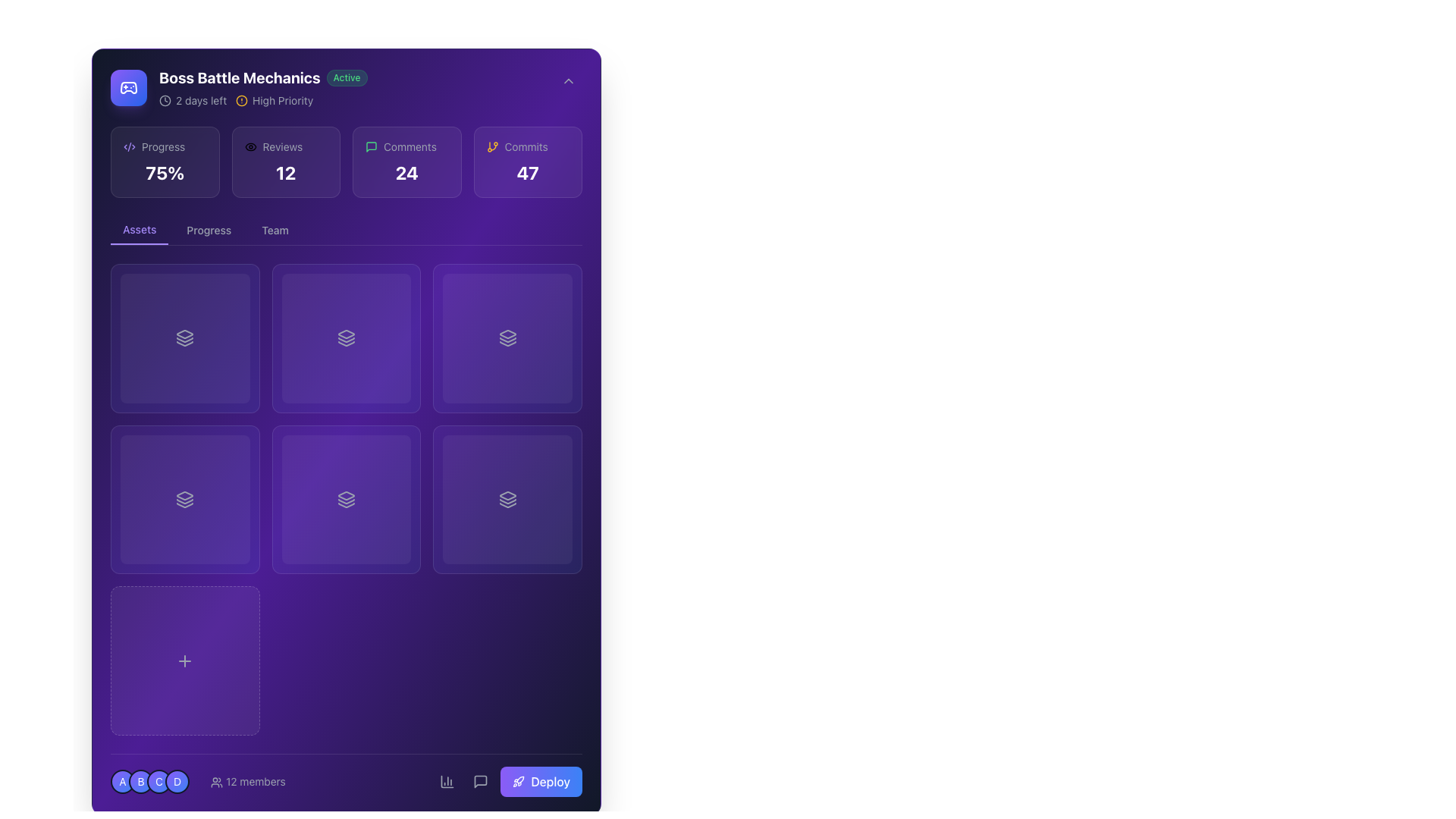 The width and height of the screenshot is (1456, 819). I want to click on the Text Label that indicates the current state of progress, located in the upper left panel, to check for additional information if interactivity is supported, so click(163, 146).